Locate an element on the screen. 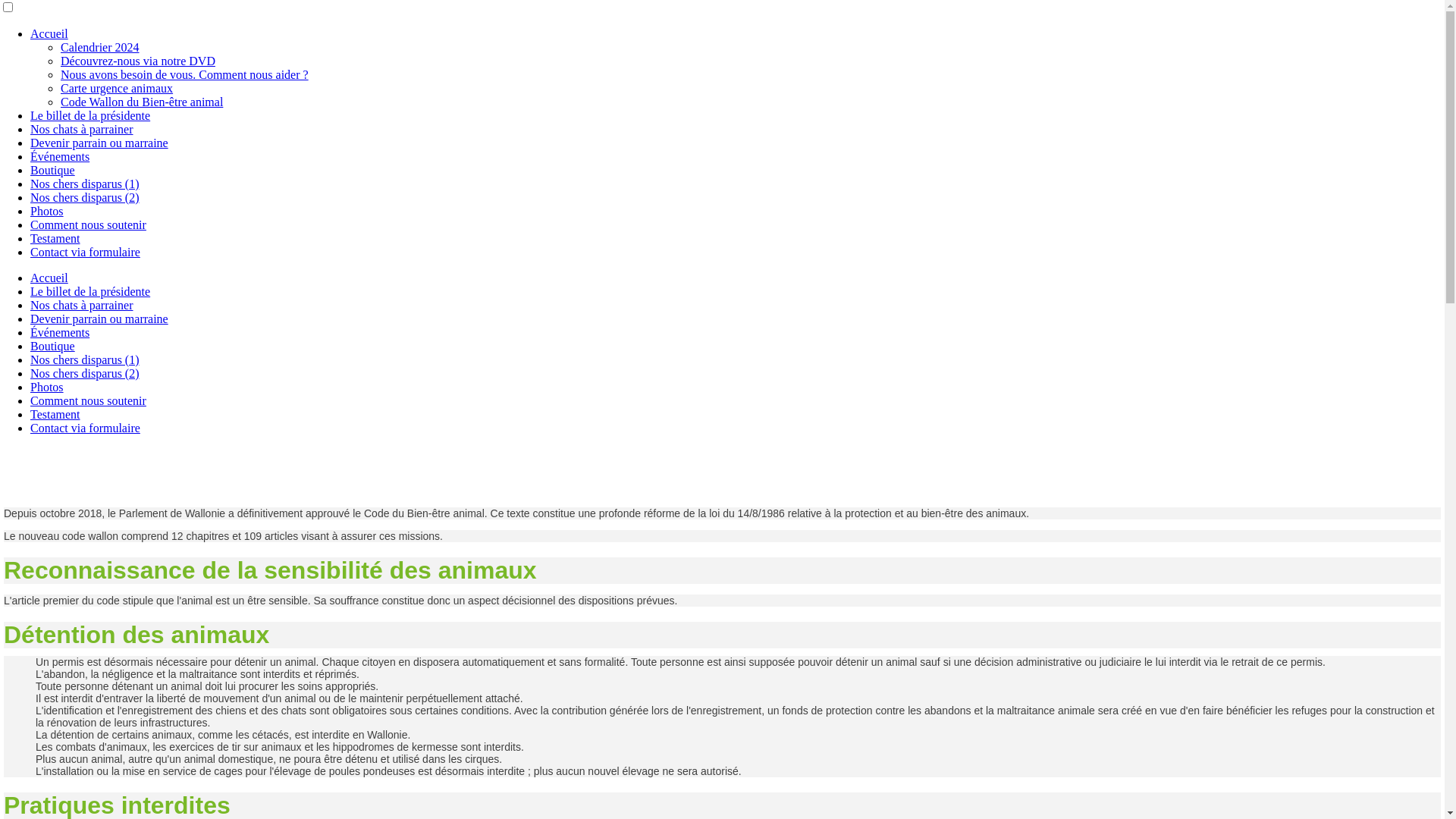 This screenshot has width=1456, height=819. 'Comment nous soutenir' is located at coordinates (87, 400).